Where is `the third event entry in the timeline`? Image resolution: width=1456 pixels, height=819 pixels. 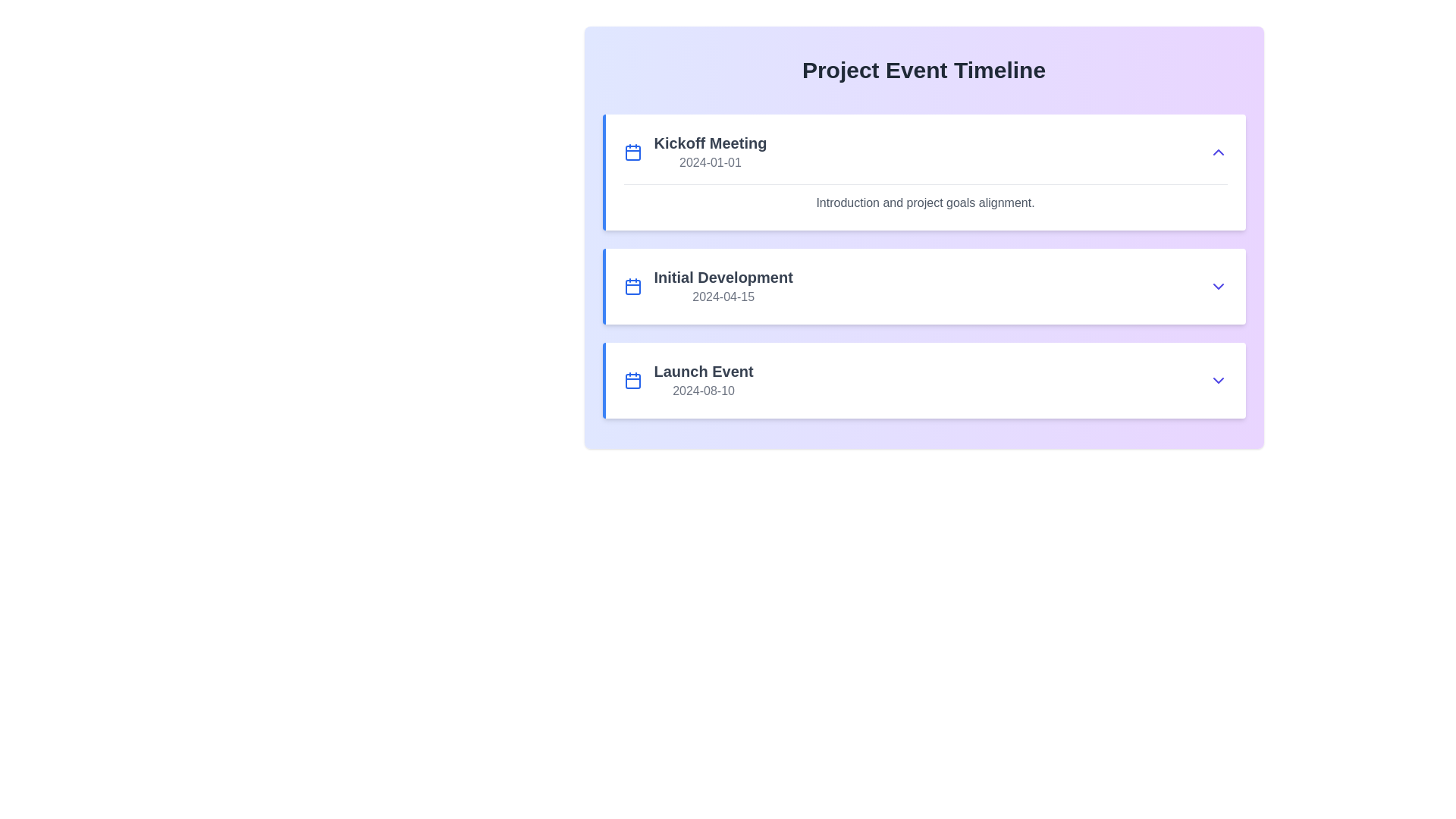
the third event entry in the timeline is located at coordinates (923, 379).